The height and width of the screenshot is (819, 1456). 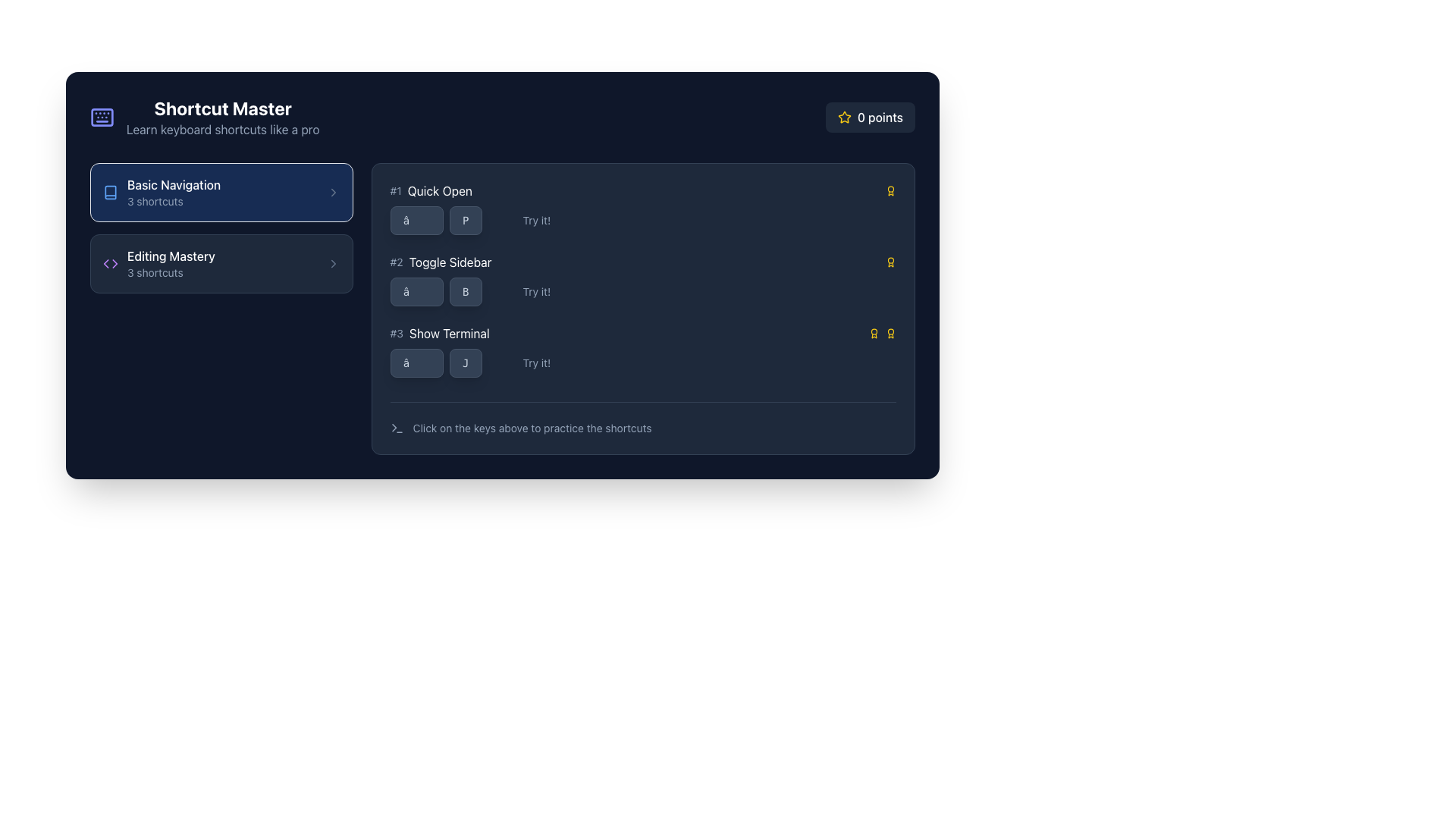 What do you see at coordinates (450, 262) in the screenshot?
I see `the text label reading 'Toggle Sidebar', which is styled with a white font color against a dark background and located in the section titled '#2'` at bounding box center [450, 262].